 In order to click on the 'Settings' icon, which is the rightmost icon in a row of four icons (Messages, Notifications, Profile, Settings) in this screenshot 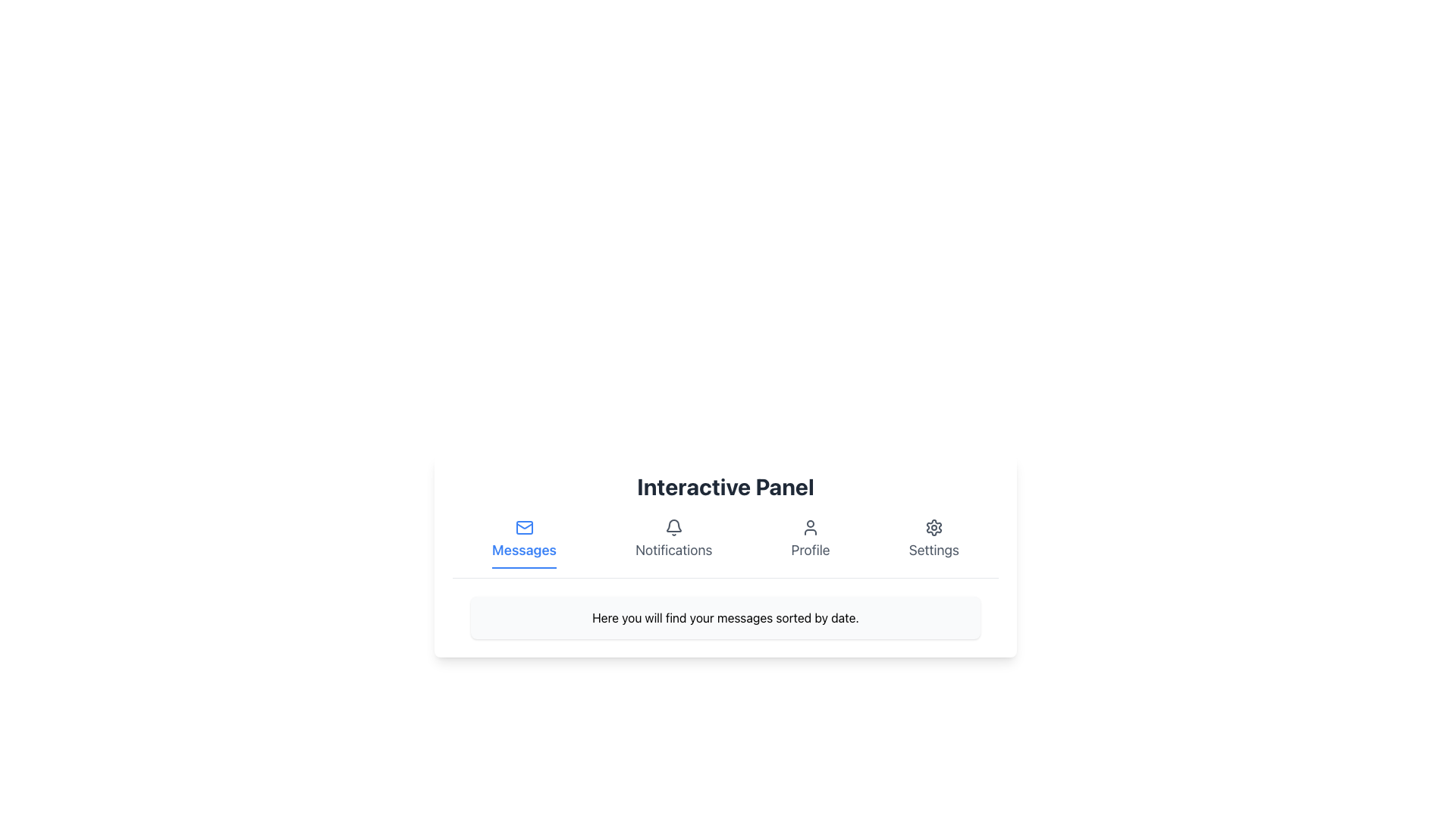, I will do `click(933, 526)`.